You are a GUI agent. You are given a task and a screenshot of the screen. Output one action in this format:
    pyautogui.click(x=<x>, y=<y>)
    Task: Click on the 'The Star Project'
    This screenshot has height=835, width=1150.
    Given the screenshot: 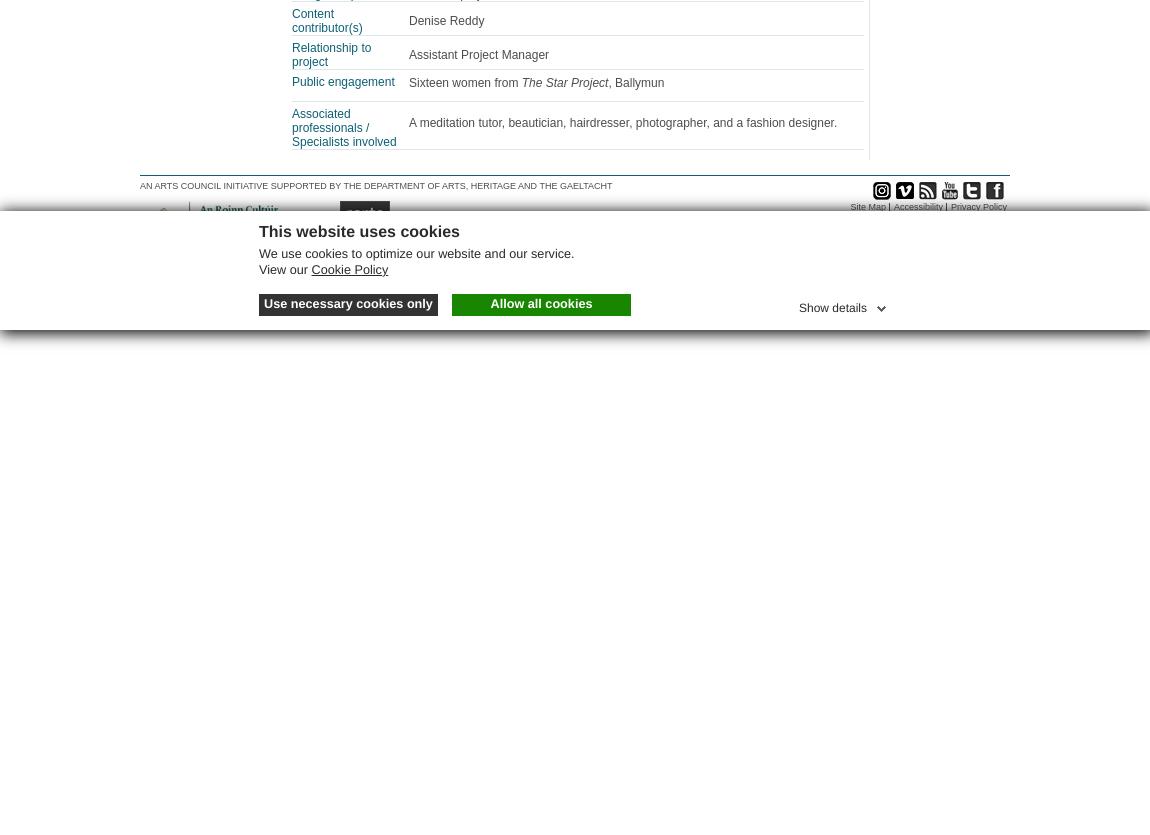 What is the action you would take?
    pyautogui.click(x=520, y=82)
    